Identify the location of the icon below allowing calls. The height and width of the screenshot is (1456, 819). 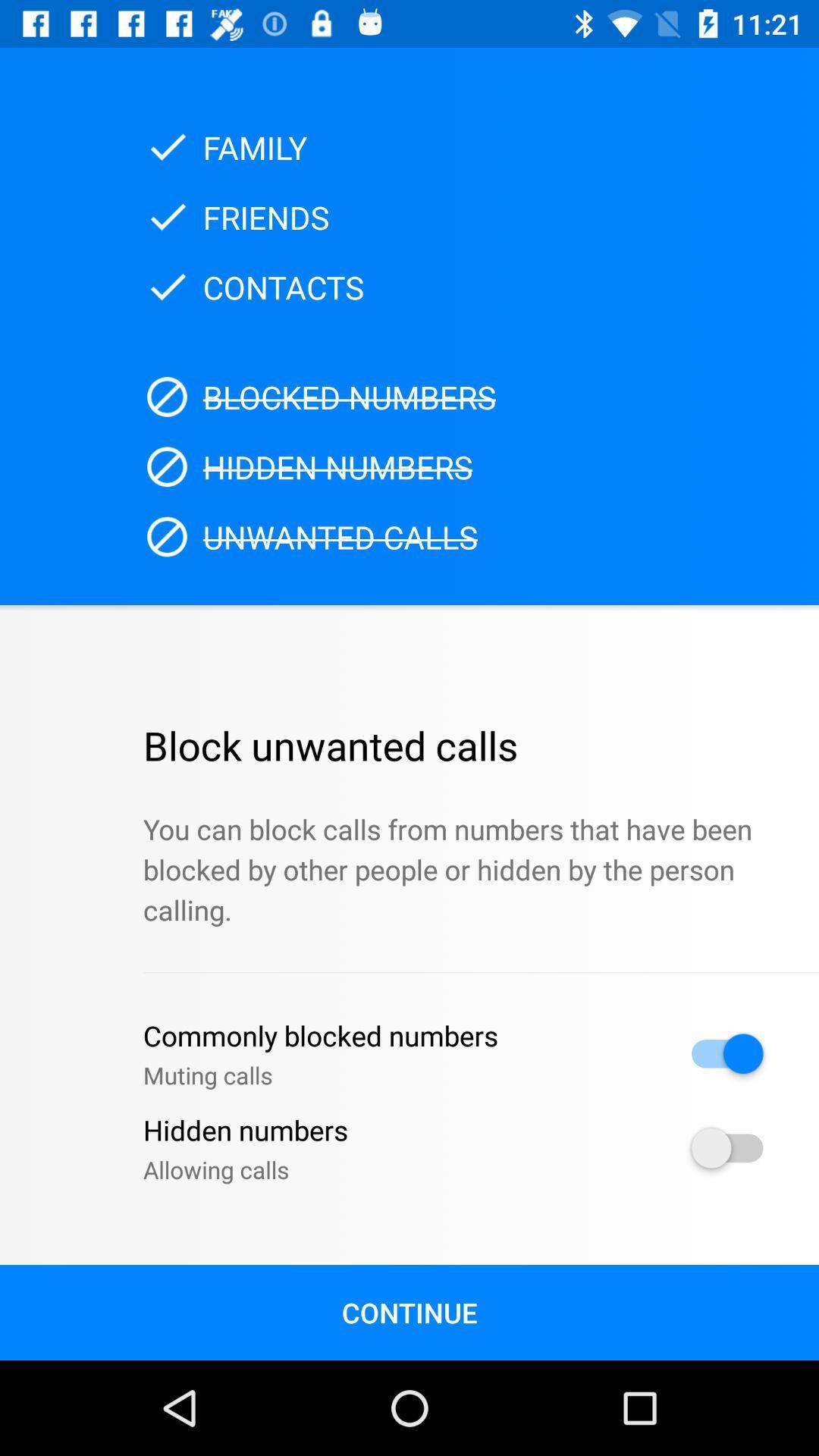
(409, 1312).